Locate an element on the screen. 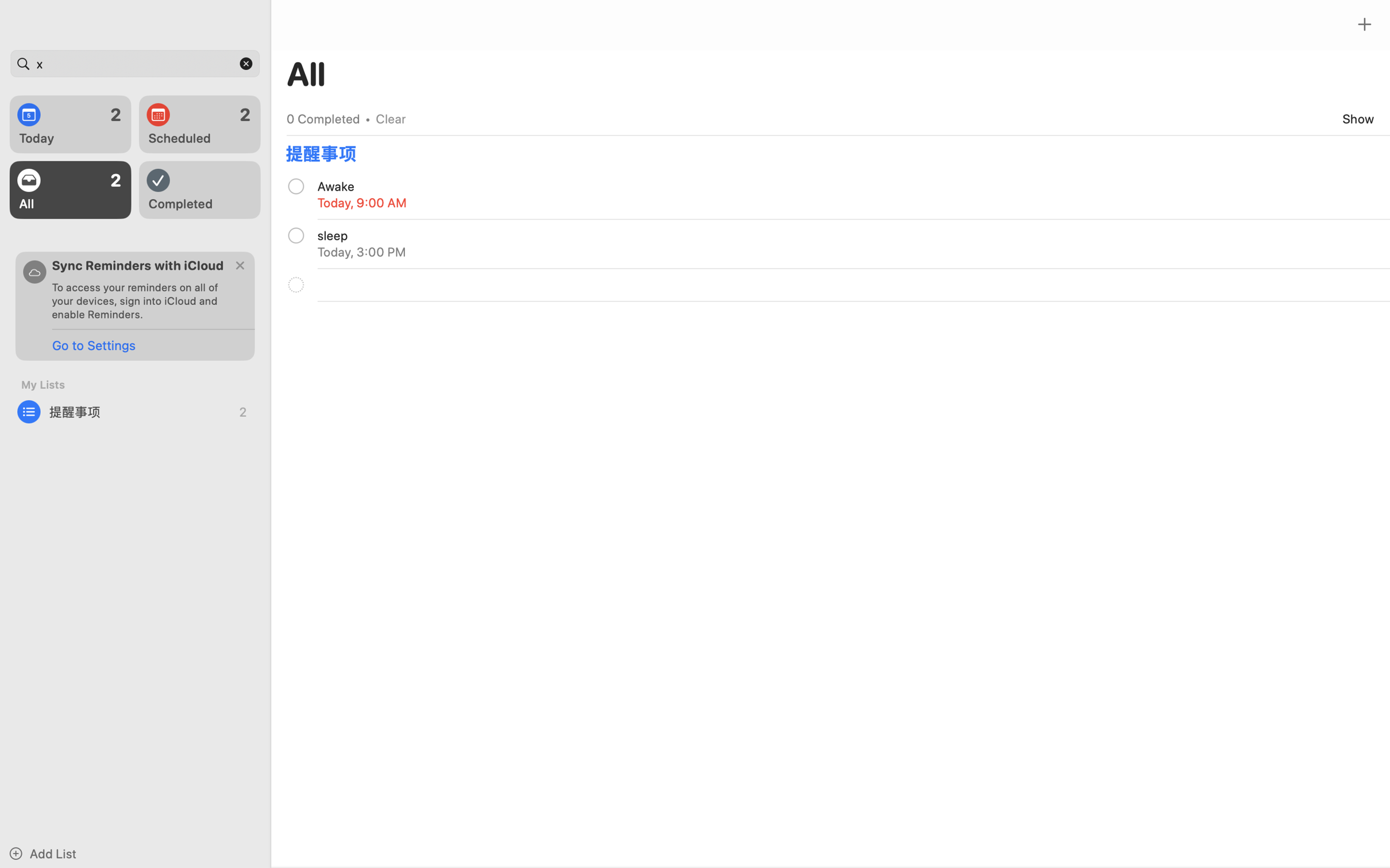 The image size is (1390, 868). '0 Completed' is located at coordinates (322, 118).